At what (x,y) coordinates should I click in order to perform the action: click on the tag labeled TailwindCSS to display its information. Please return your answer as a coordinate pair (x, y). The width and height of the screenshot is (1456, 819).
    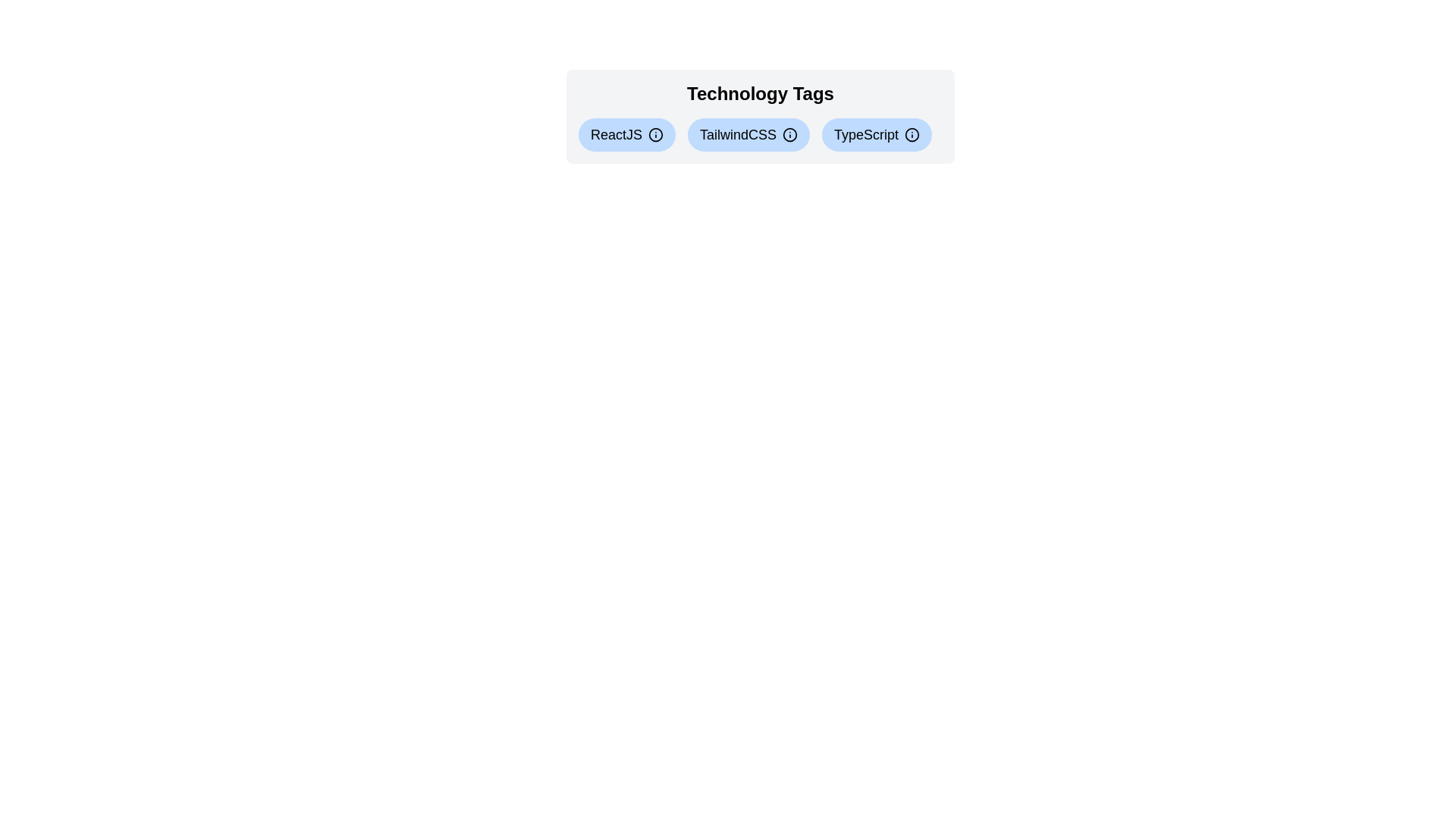
    Looking at the image, I should click on (748, 133).